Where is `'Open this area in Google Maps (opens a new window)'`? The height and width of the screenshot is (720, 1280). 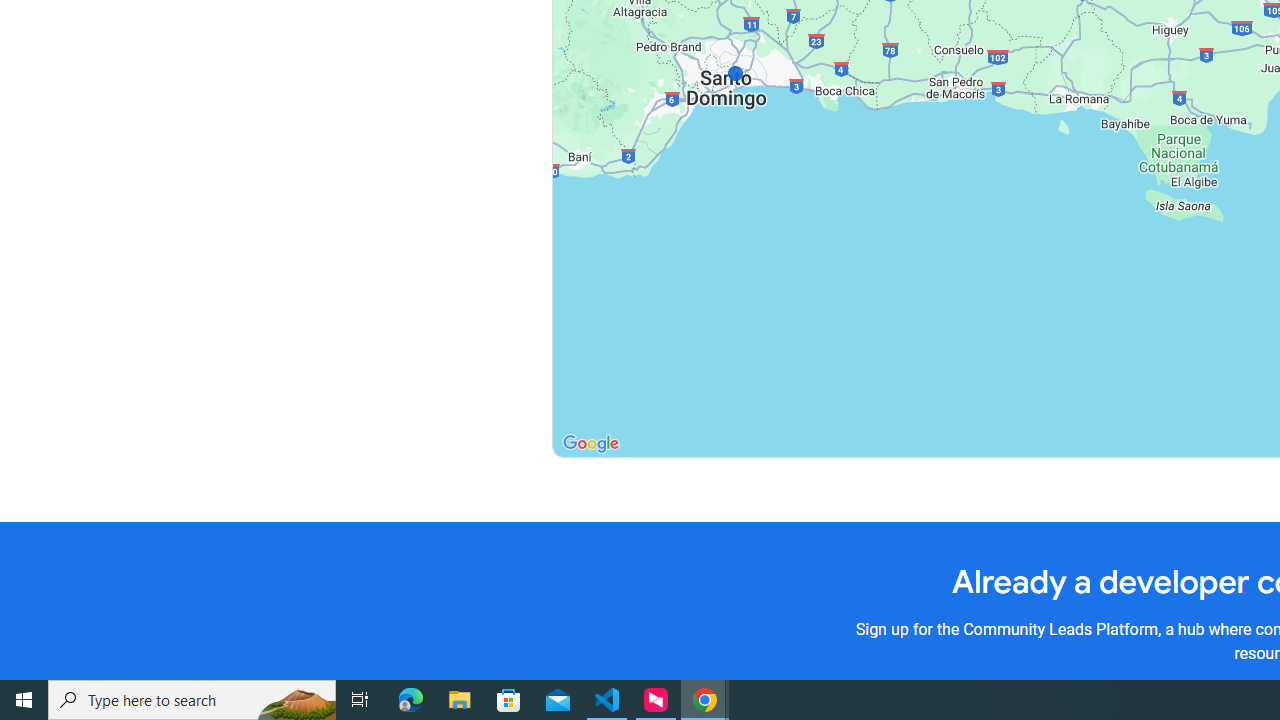 'Open this area in Google Maps (opens a new window)' is located at coordinates (589, 443).